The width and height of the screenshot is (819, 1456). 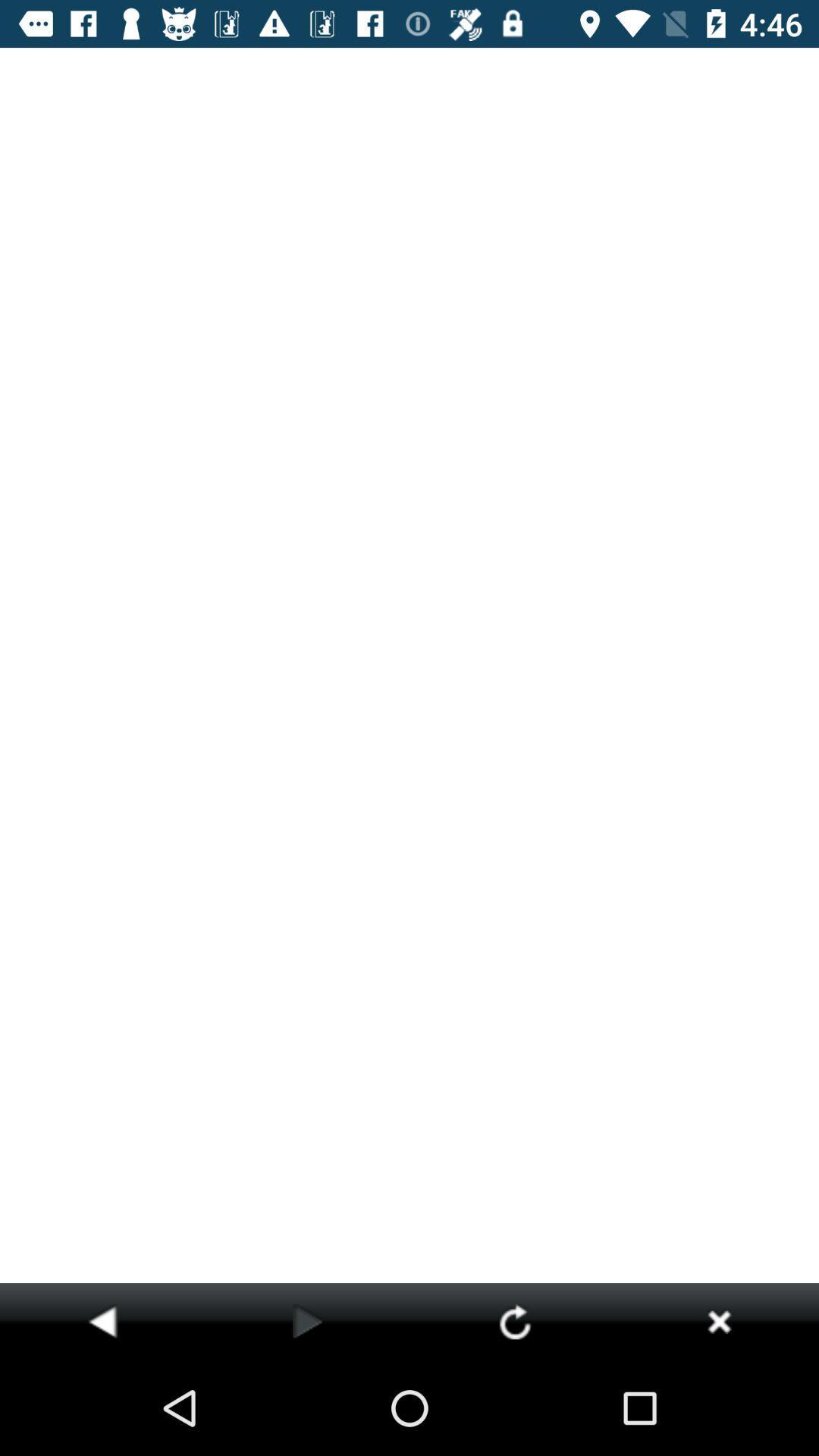 What do you see at coordinates (718, 1320) in the screenshot?
I see `icon at the bottom right corner` at bounding box center [718, 1320].